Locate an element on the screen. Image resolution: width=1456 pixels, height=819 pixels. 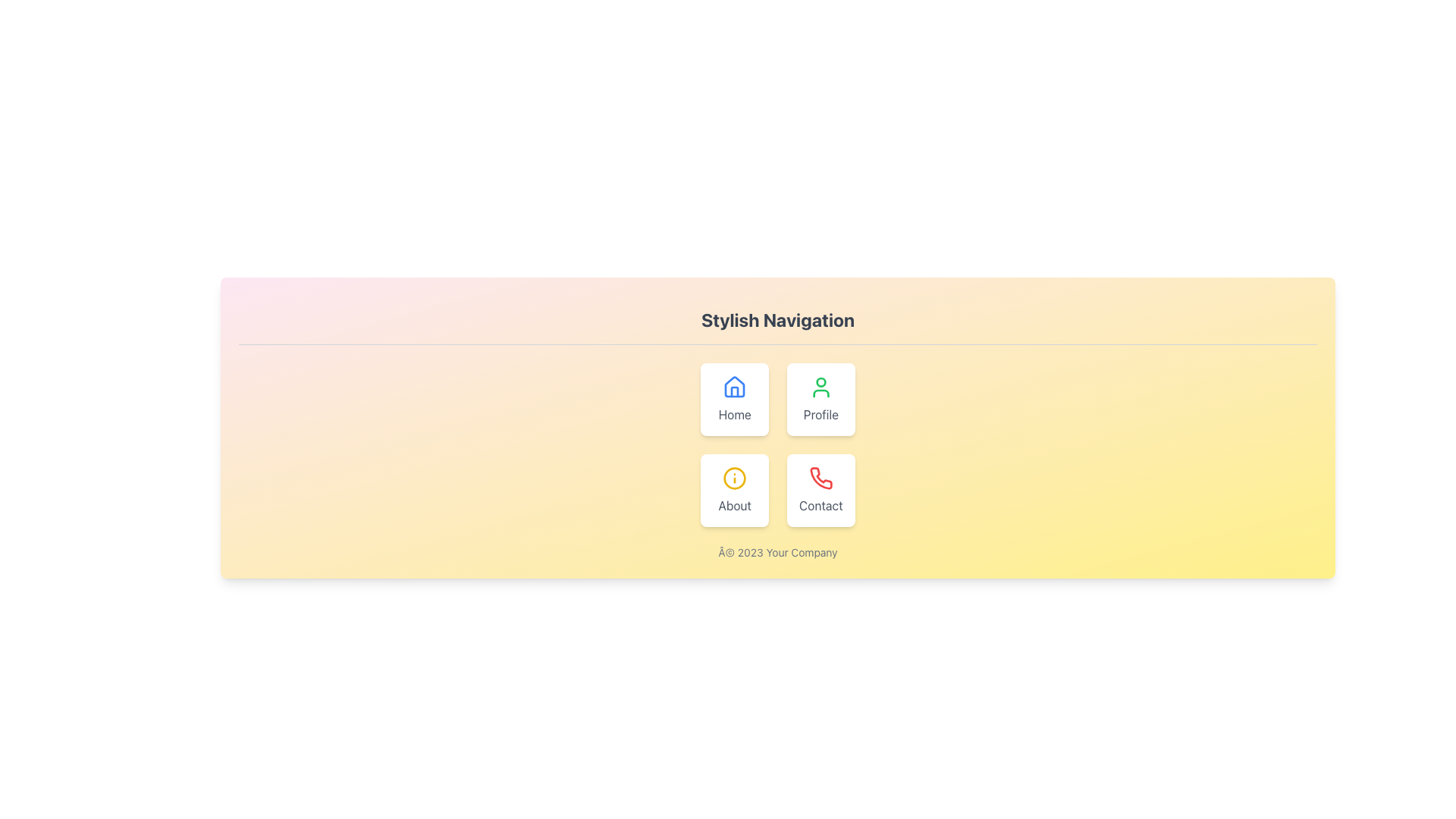
the 'Contact' button in the navigation menu to activate the contact option is located at coordinates (820, 478).